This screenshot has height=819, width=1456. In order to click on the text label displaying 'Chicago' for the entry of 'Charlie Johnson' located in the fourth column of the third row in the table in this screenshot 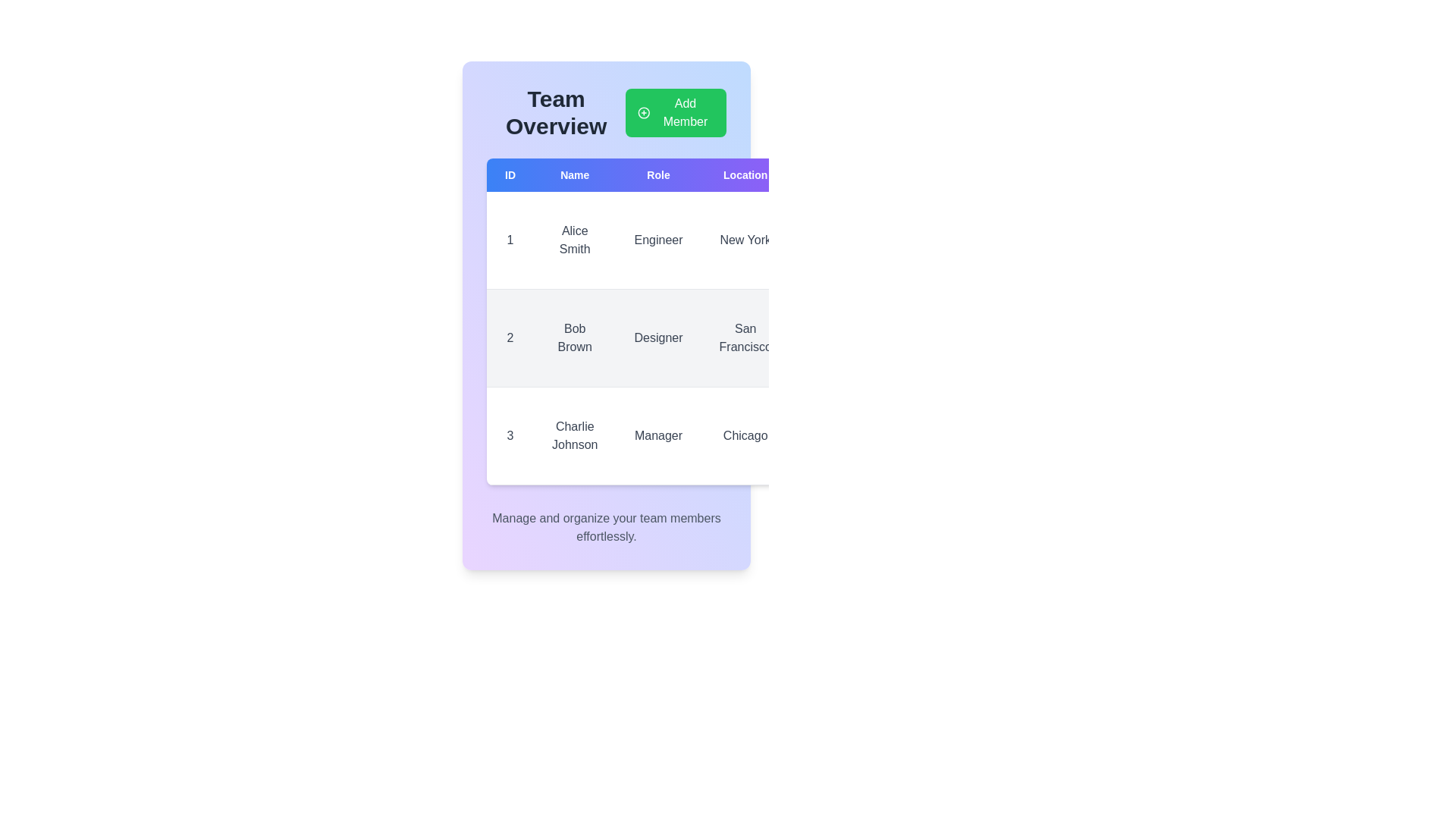, I will do `click(745, 435)`.